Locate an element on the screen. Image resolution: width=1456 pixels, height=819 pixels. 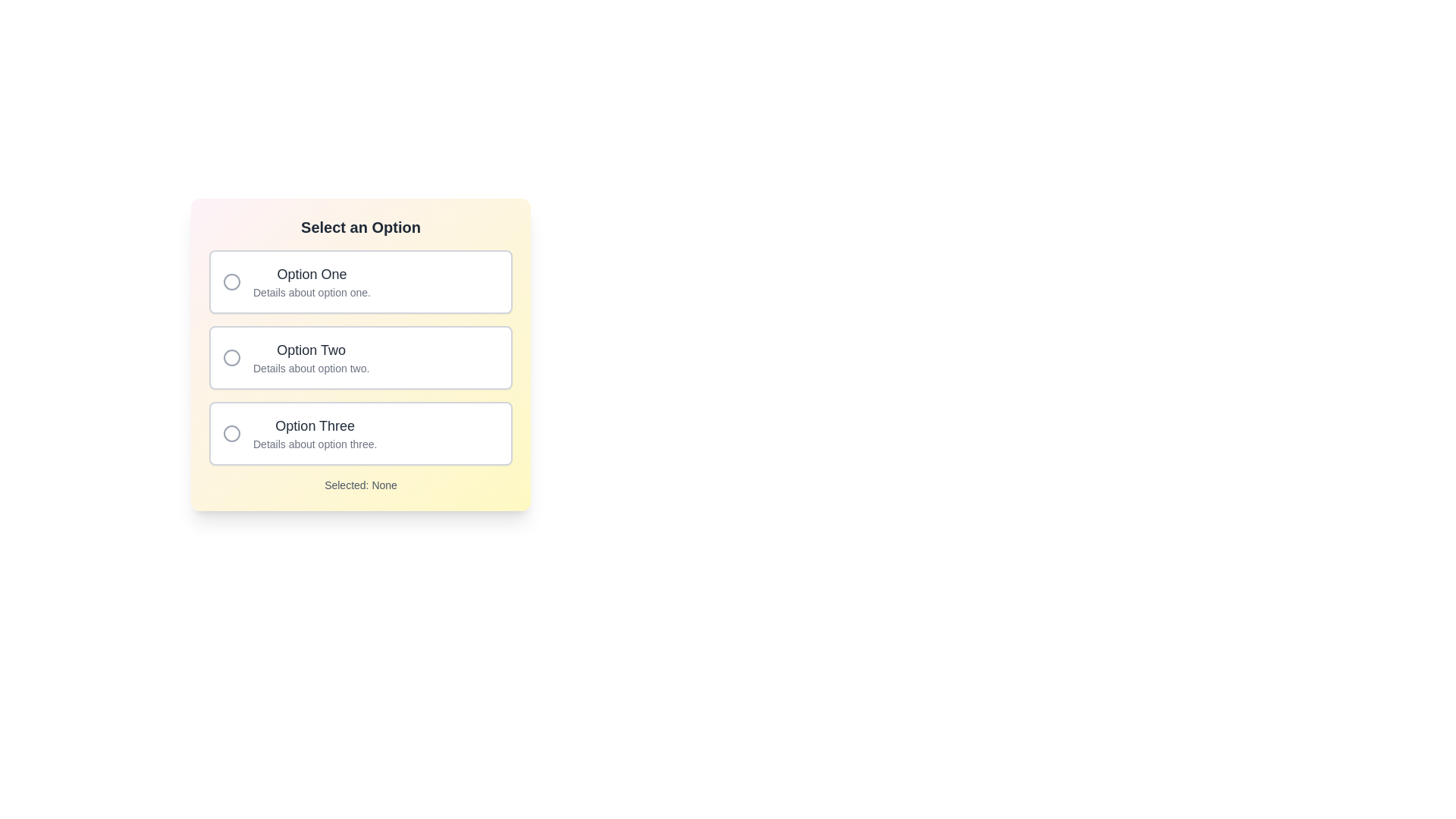
the radio button indicator for the first option, which visually represents the selected state of 'Option One' is located at coordinates (231, 281).